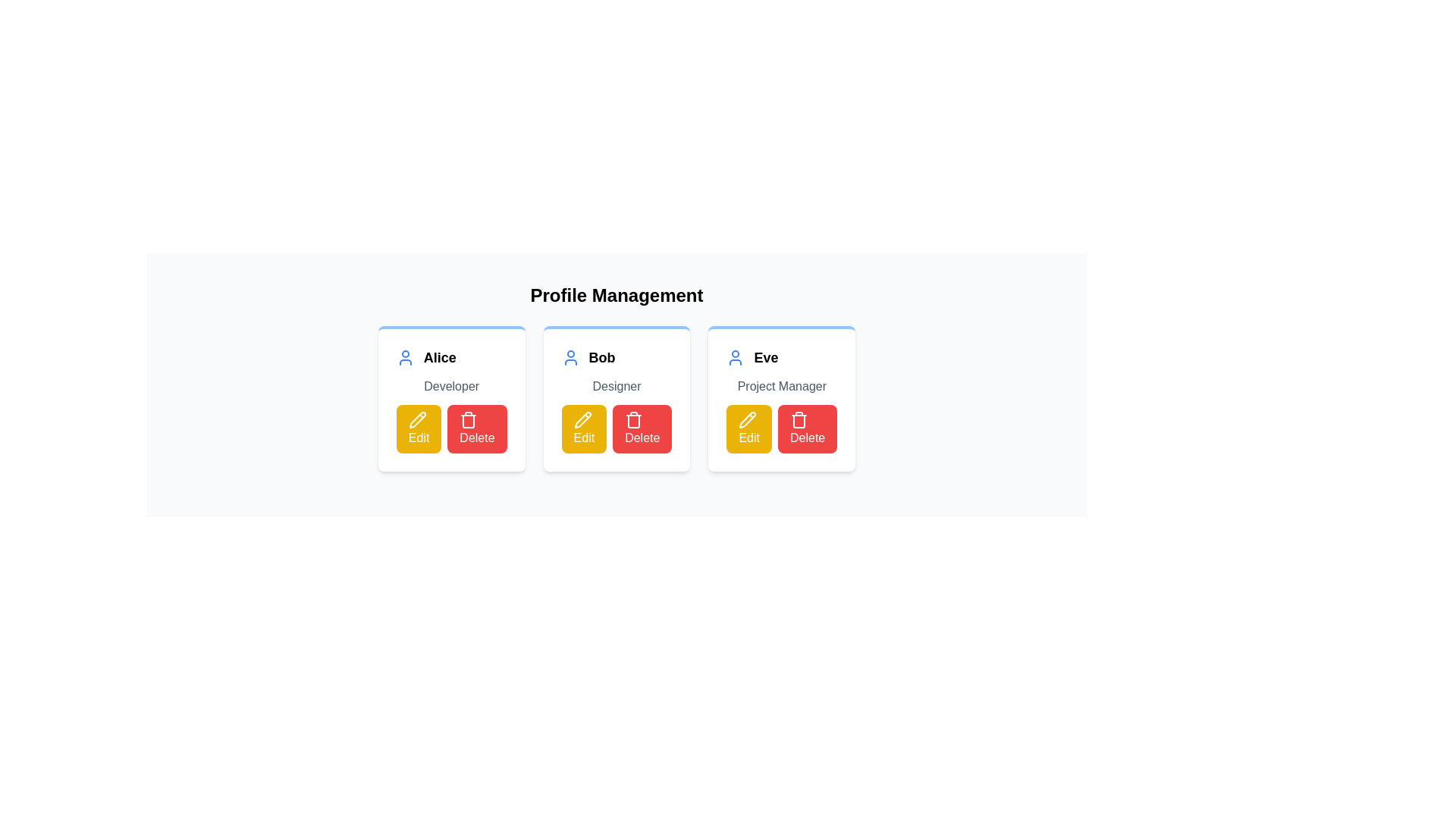  What do you see at coordinates (736, 357) in the screenshot?
I see `the user profile icon, which is a blue rounded shape located to the left of the text 'Eve', representing a person's account` at bounding box center [736, 357].